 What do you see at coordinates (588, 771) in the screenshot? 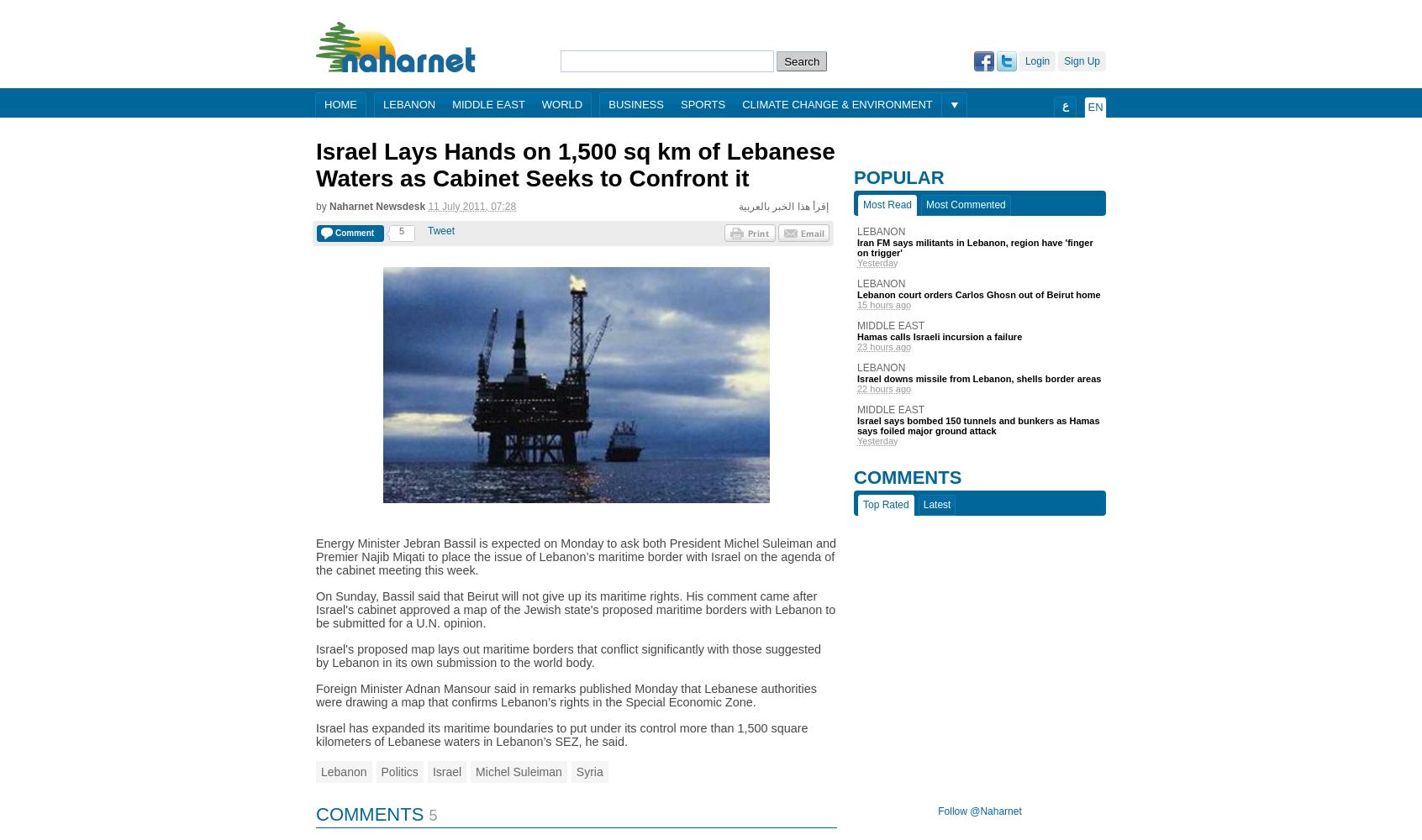
I see `'Syria'` at bounding box center [588, 771].